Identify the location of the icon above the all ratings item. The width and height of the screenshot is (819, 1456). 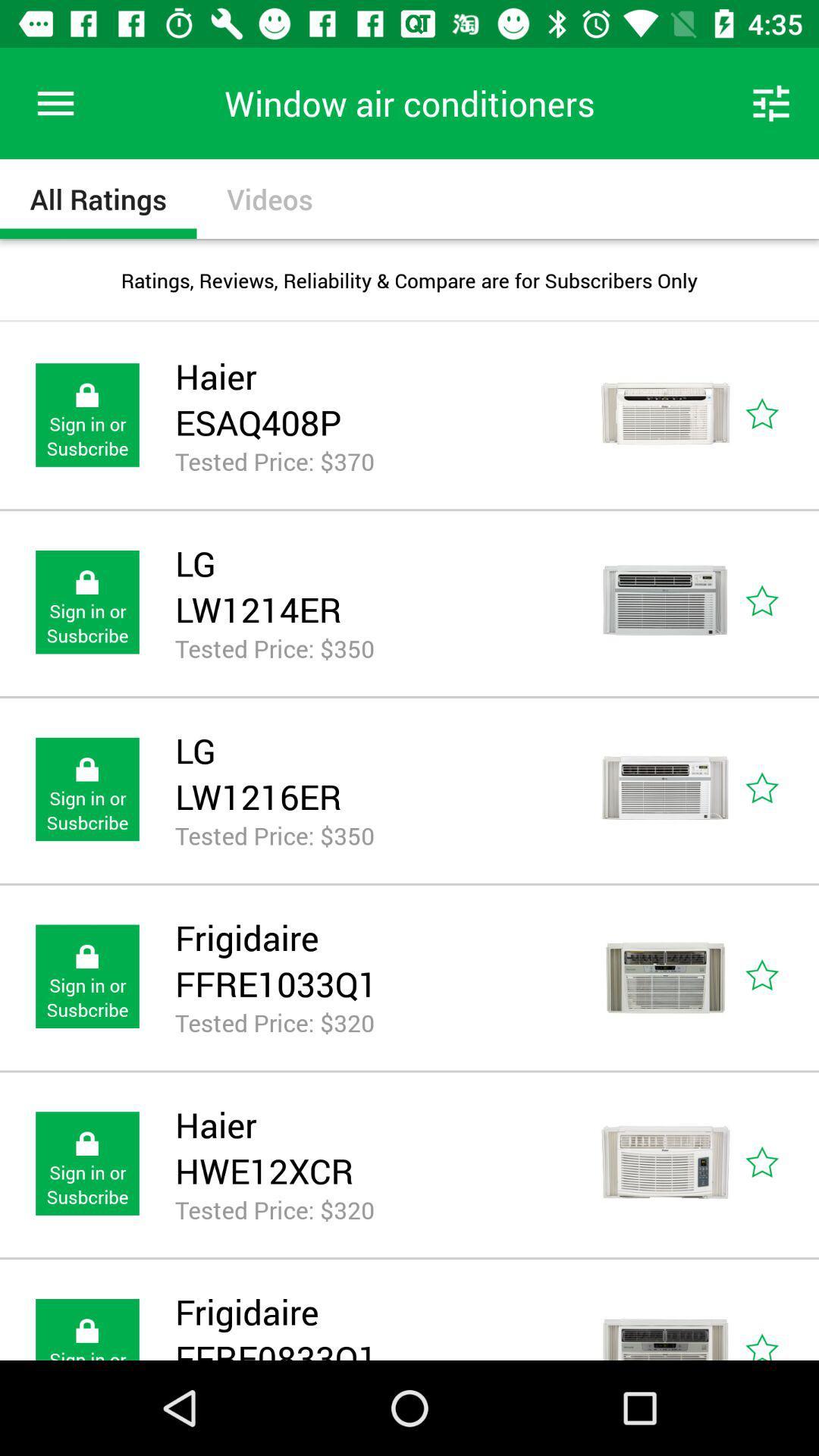
(55, 102).